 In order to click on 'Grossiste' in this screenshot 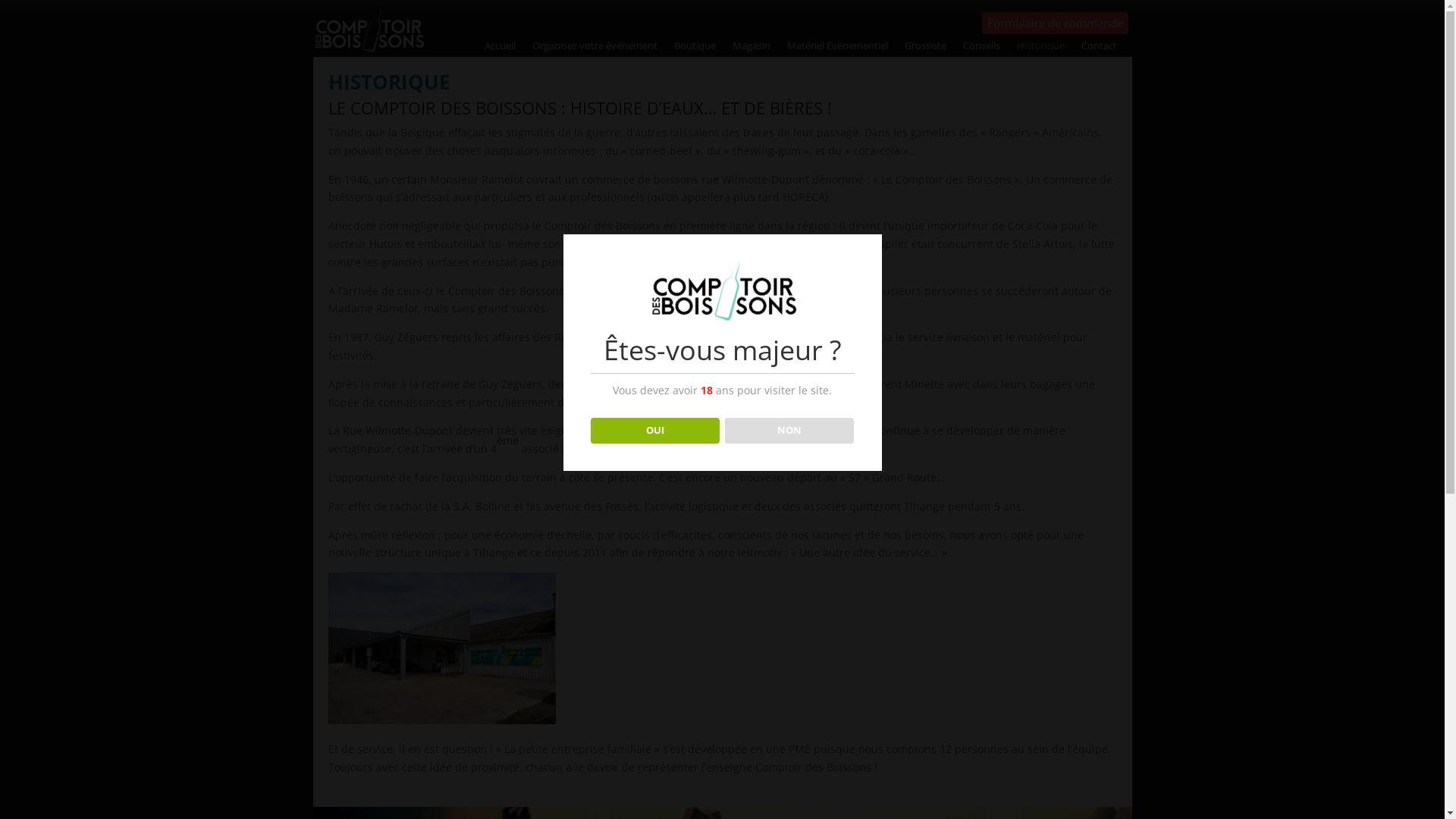, I will do `click(905, 48)`.